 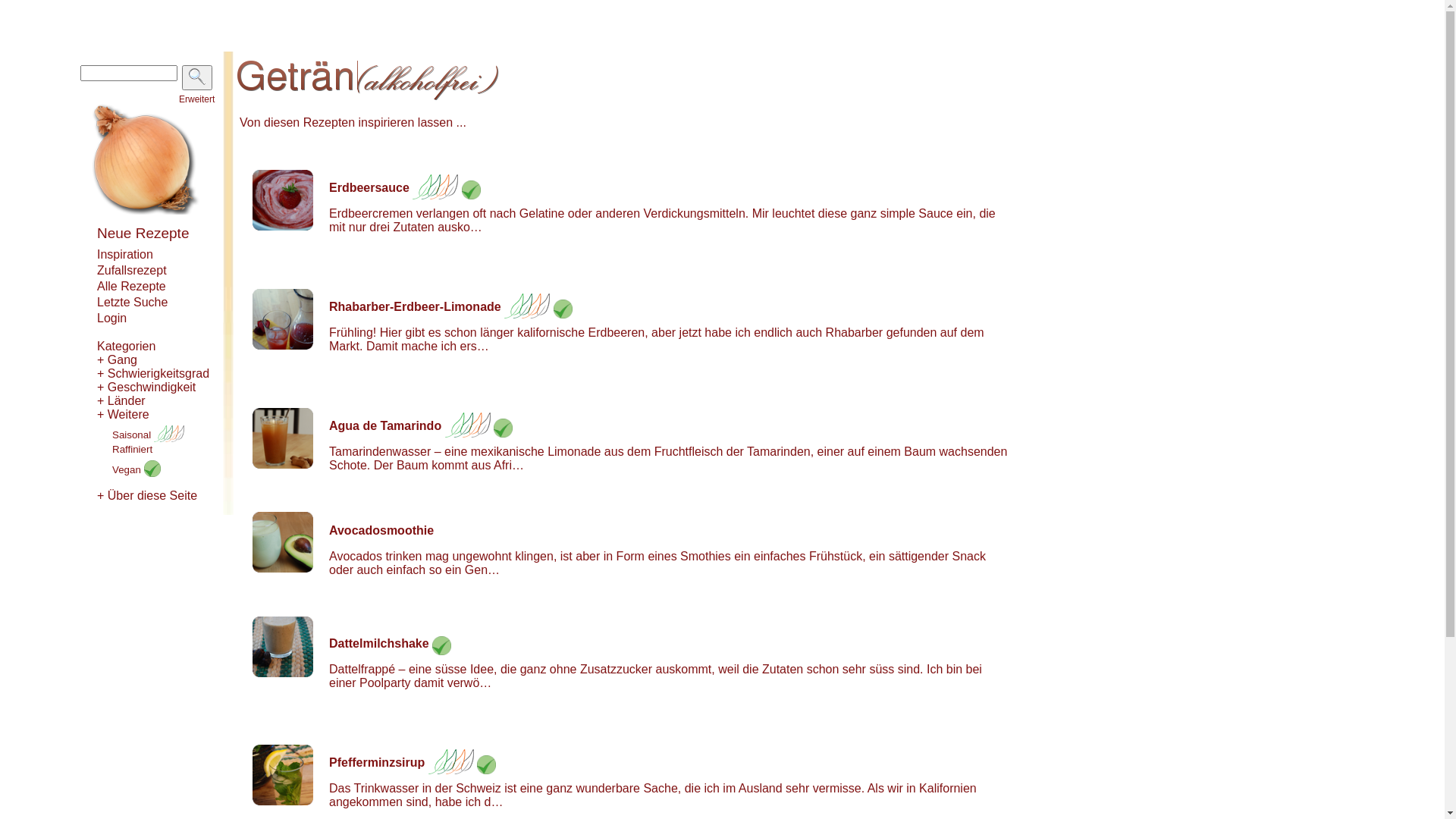 What do you see at coordinates (132, 302) in the screenshot?
I see `'Letzte Suche'` at bounding box center [132, 302].